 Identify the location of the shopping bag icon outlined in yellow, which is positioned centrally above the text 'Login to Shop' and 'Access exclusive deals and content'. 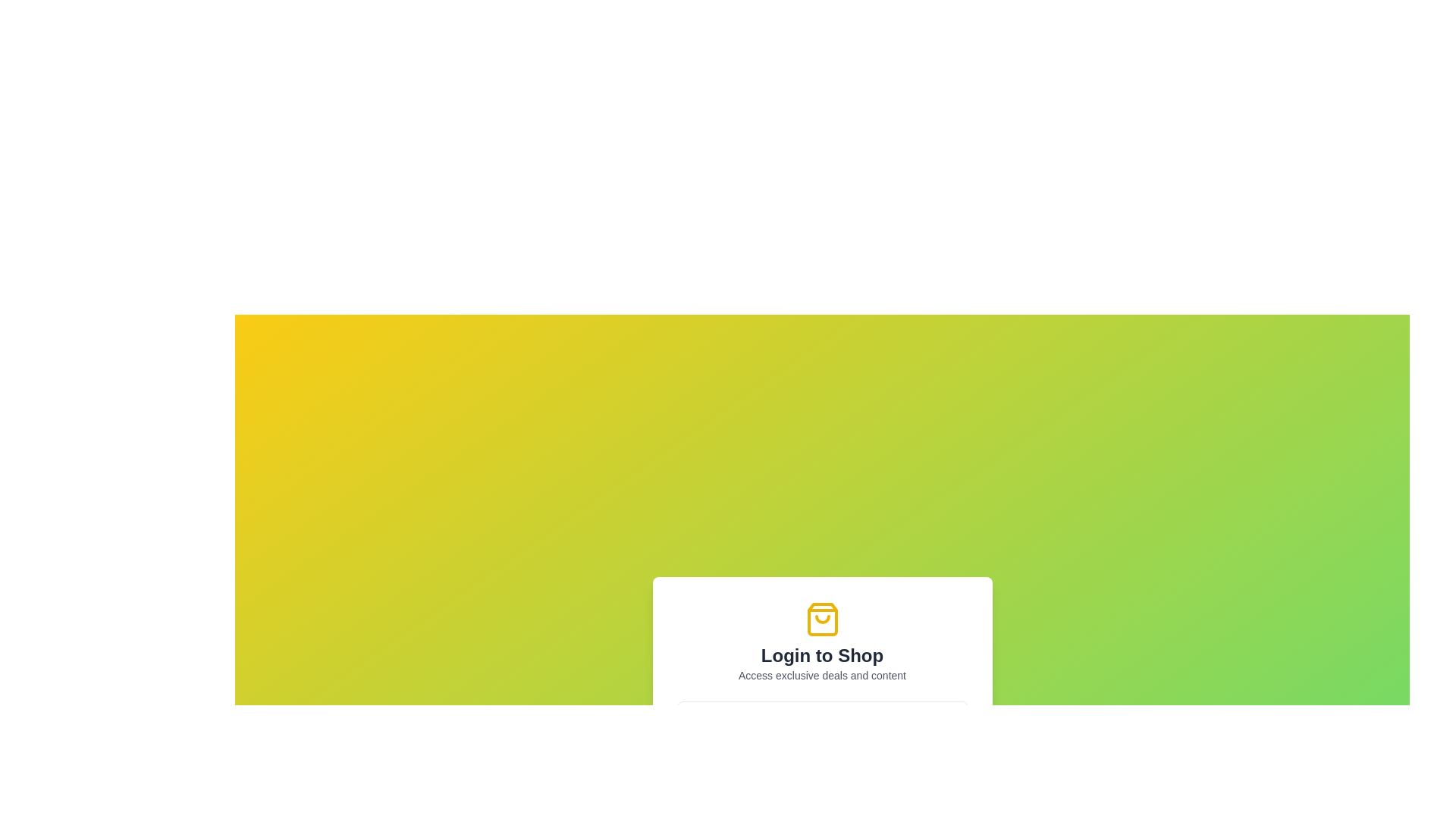
(821, 620).